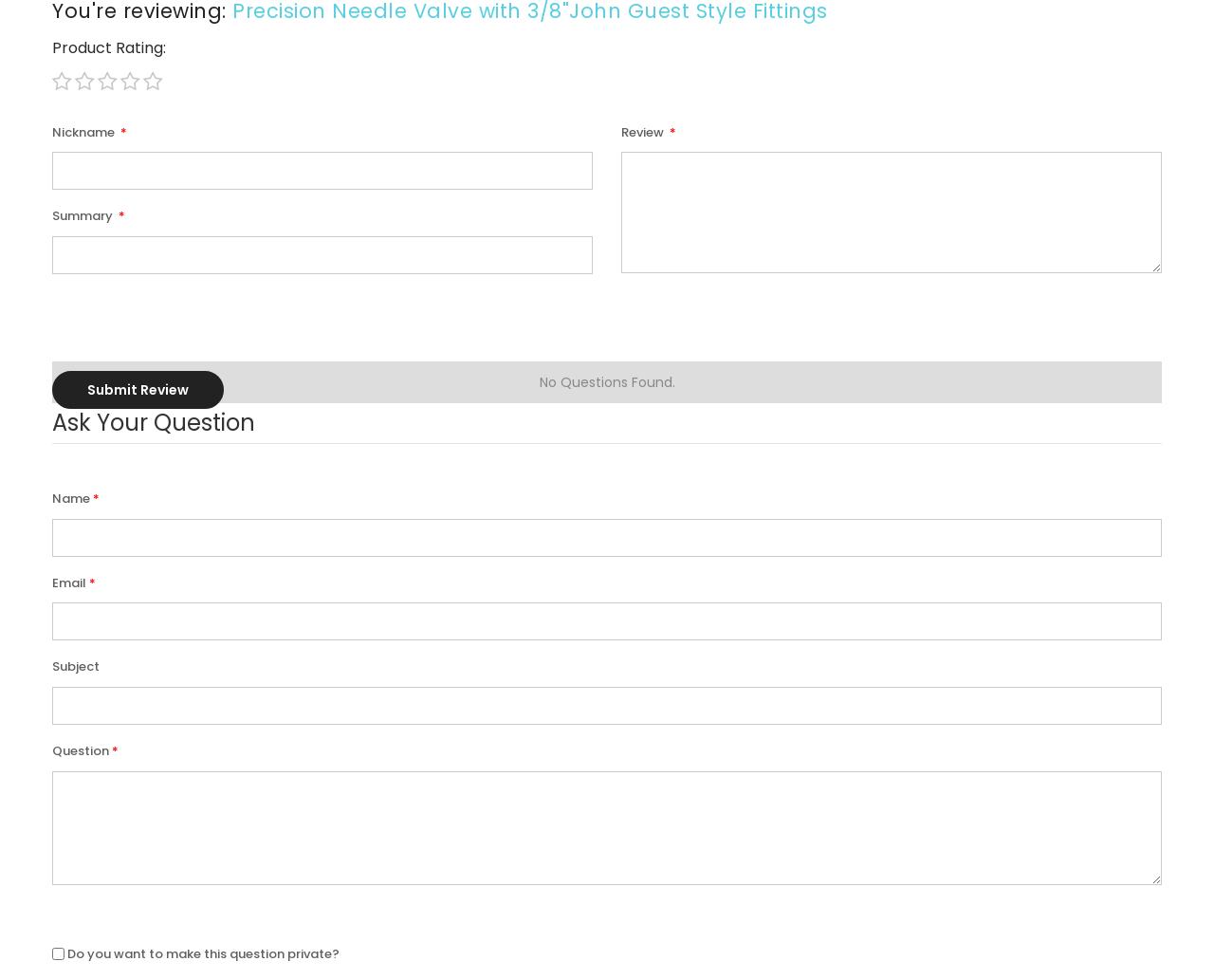 The width and height of the screenshot is (1214, 980). What do you see at coordinates (154, 422) in the screenshot?
I see `'Ask Your Question'` at bounding box center [154, 422].